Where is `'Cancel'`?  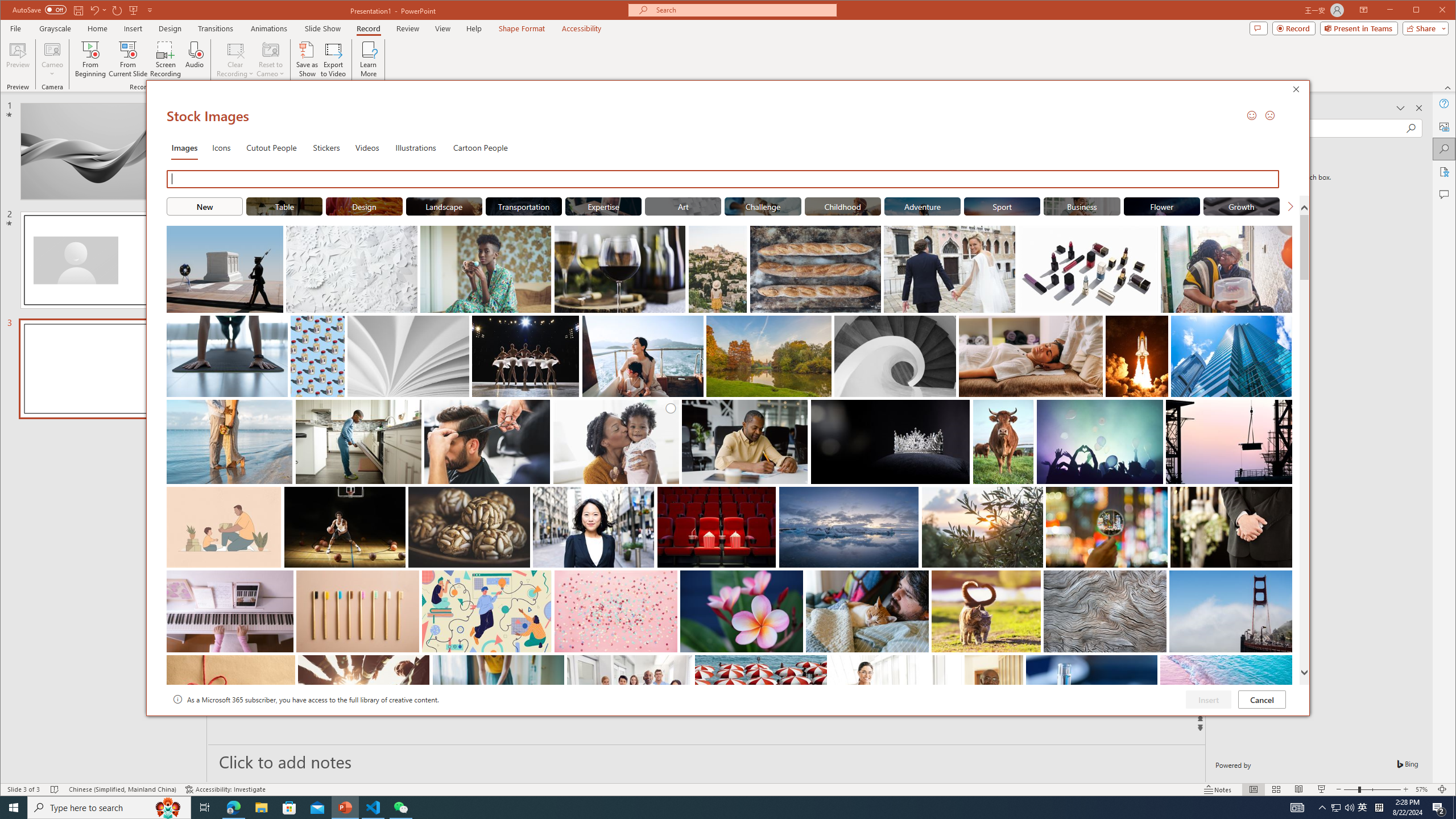
'Cancel' is located at coordinates (1261, 699).